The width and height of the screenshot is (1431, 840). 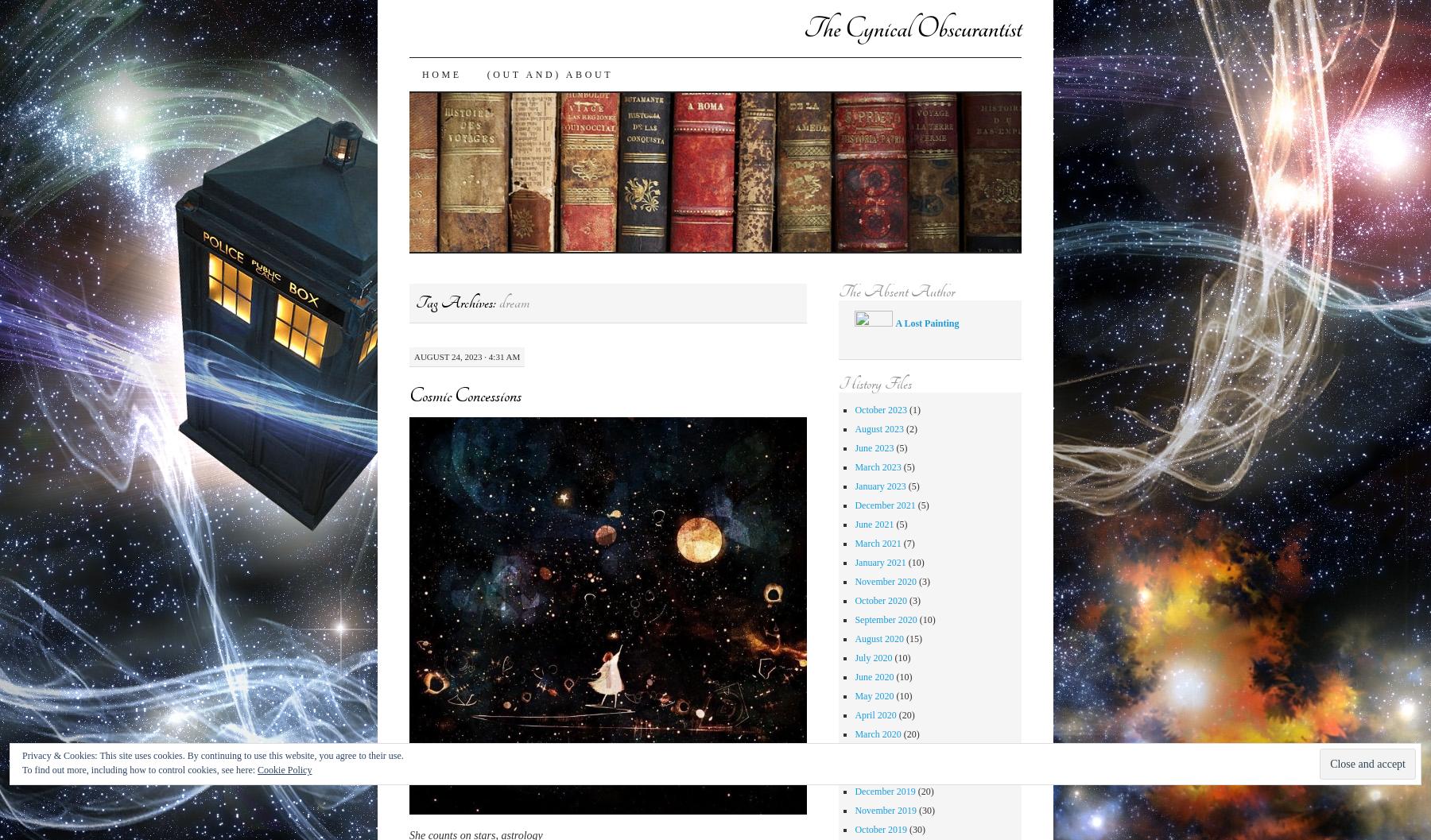 I want to click on 'The Absent Author', so click(x=896, y=291).